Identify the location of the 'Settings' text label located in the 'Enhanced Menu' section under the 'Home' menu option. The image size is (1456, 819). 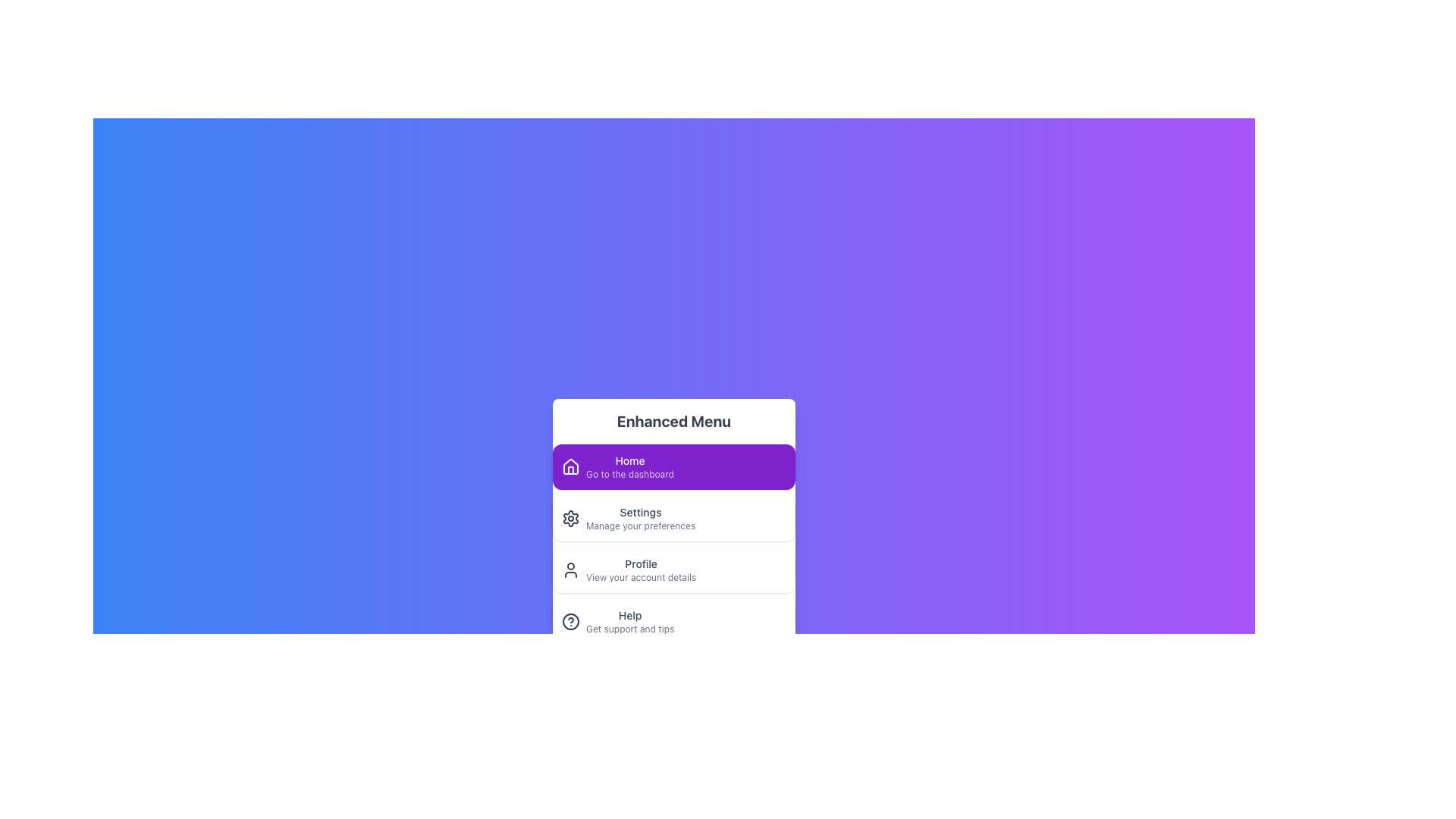
(641, 512).